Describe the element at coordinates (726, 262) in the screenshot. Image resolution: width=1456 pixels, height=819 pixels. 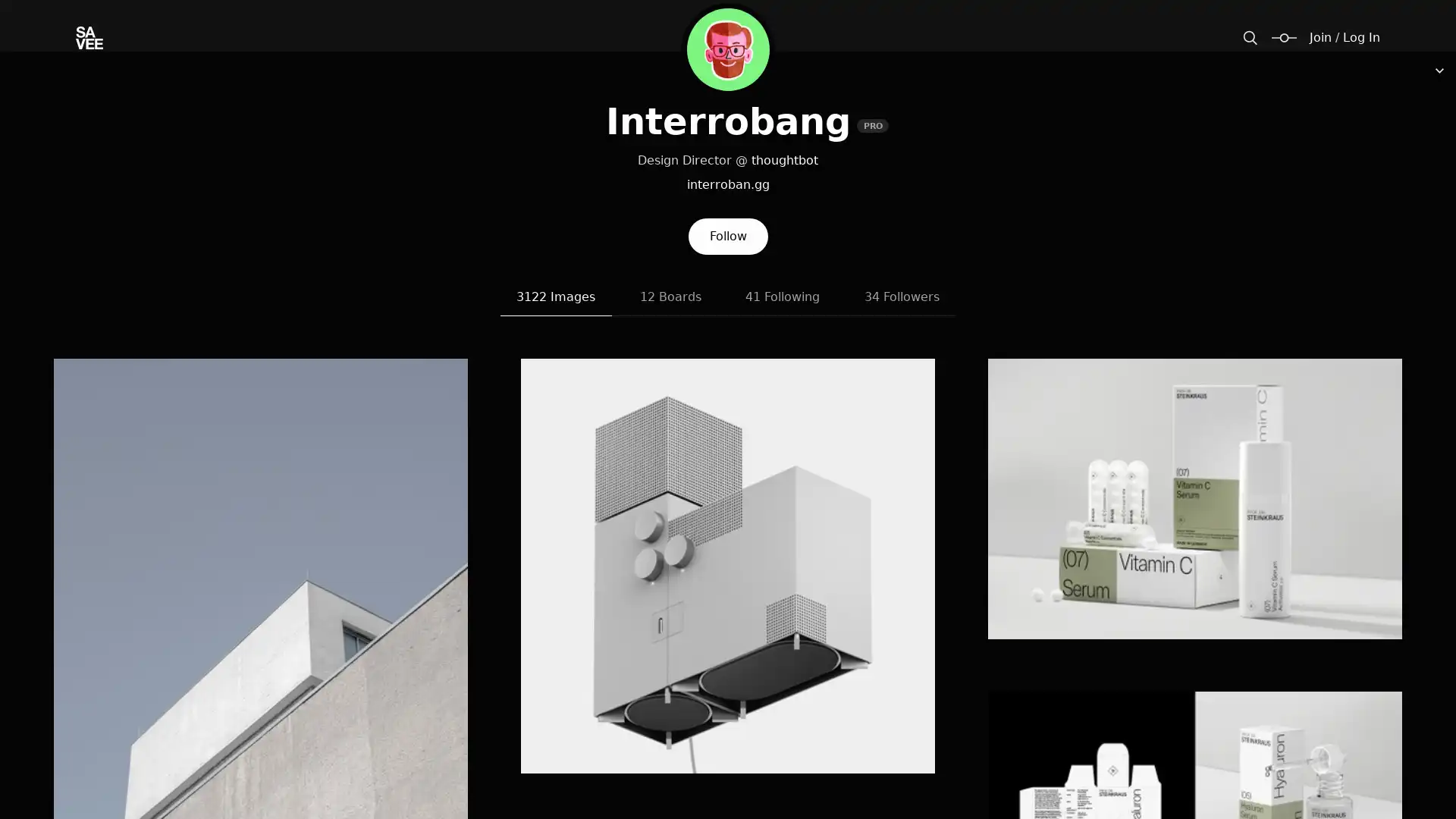
I see `Follow` at that location.